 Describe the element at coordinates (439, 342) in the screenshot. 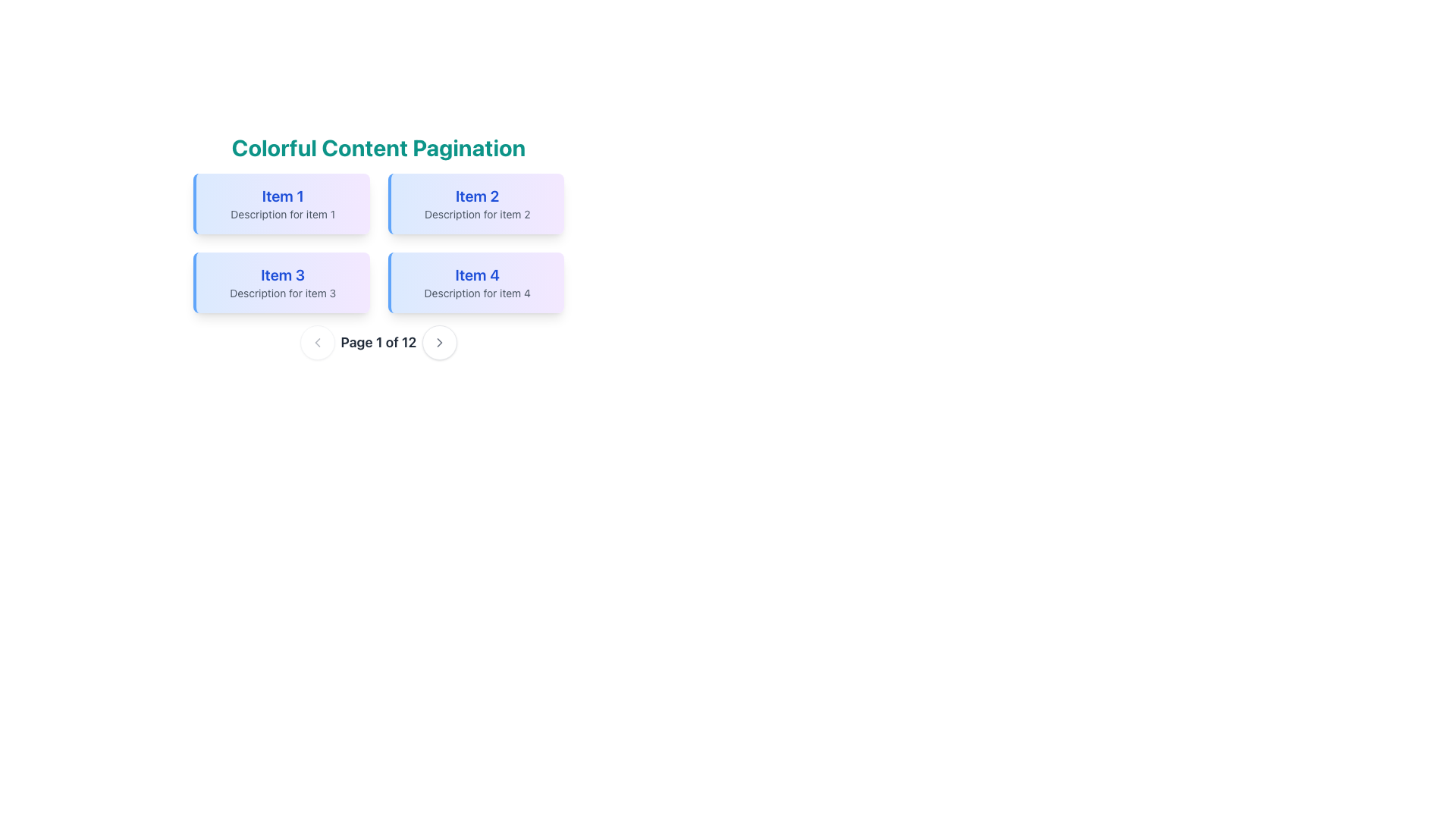

I see `the circular button with a right-pointing chevron icon located to the right of 'Page 1 of 12' to activate styling changes` at that location.